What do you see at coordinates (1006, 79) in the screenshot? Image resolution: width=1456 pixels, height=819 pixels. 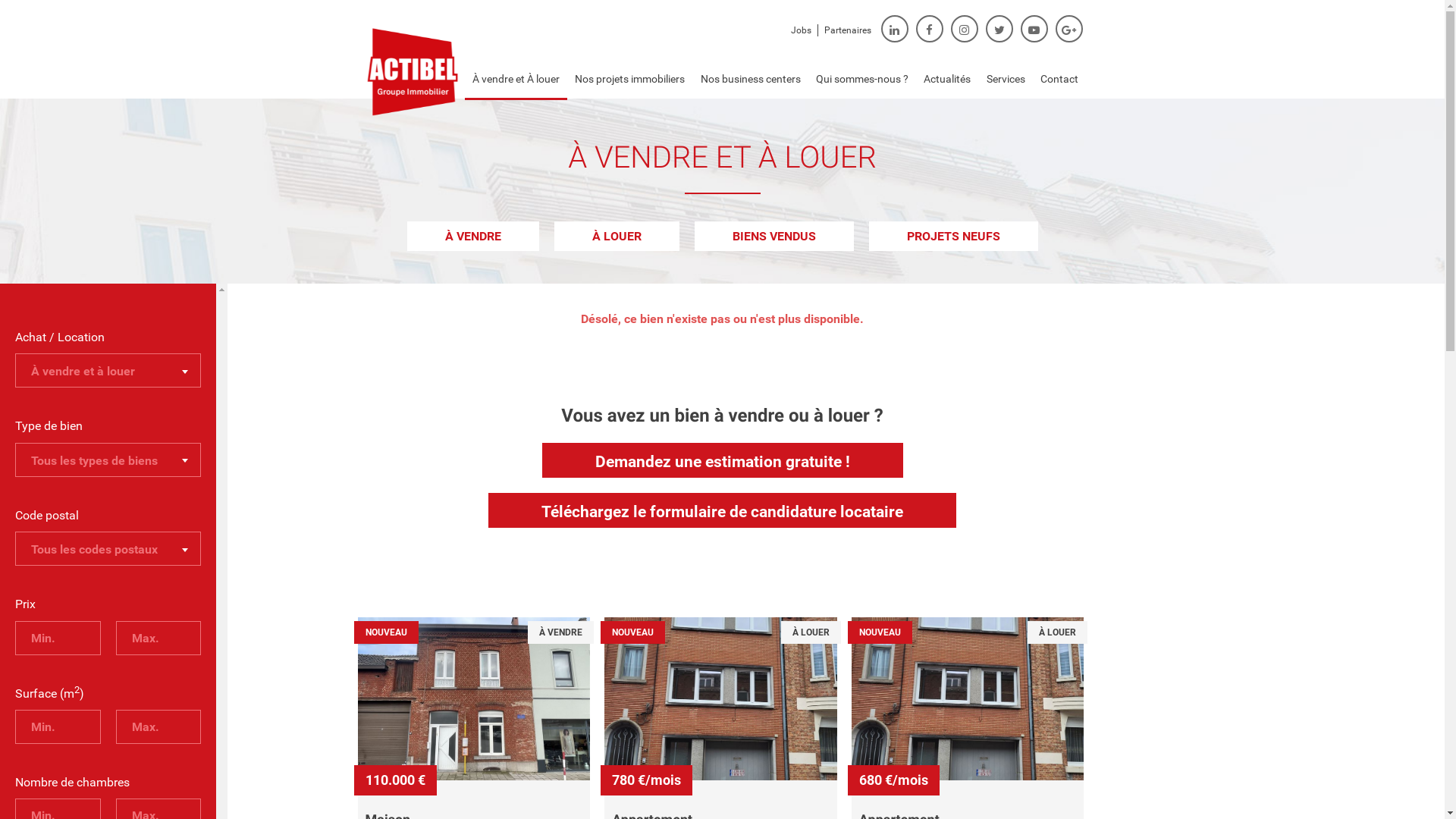 I see `'Services'` at bounding box center [1006, 79].